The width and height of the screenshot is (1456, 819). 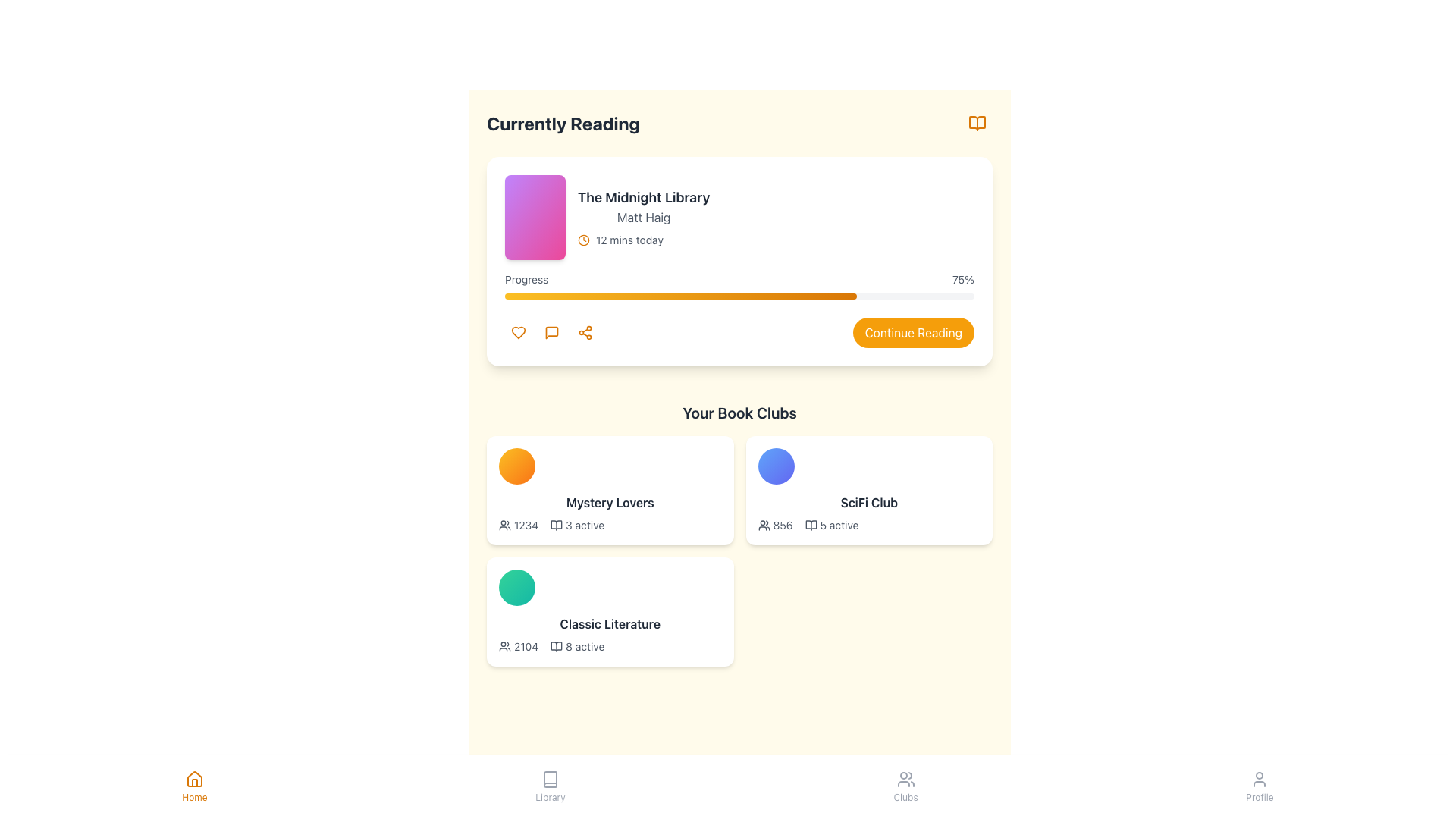 I want to click on user or members indicator icon, which visually accompanies the member count of '856' in the 'SciFi Club' section of 'Your Book Clubs', so click(x=764, y=525).